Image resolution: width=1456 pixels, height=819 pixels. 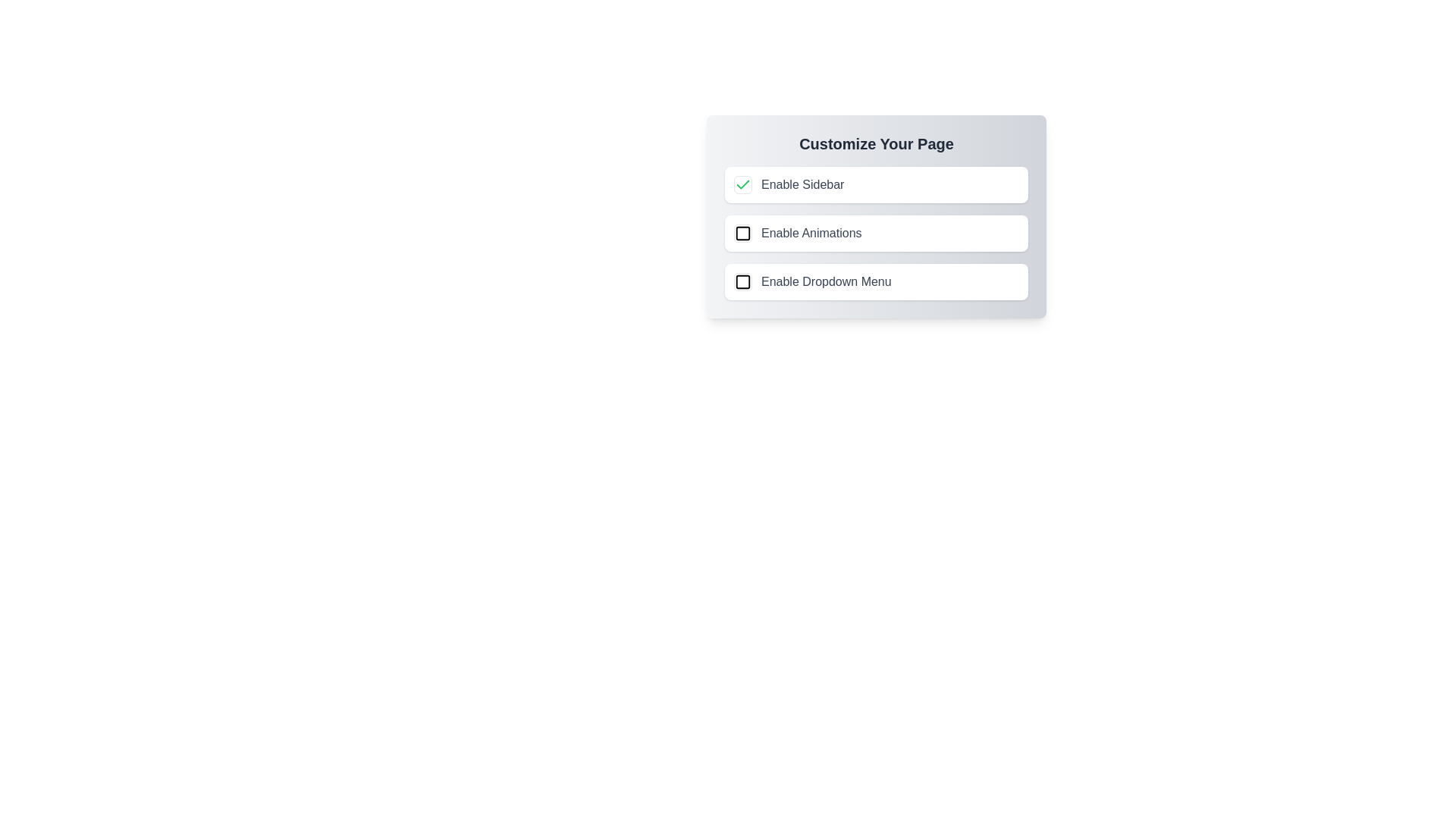 What do you see at coordinates (742, 281) in the screenshot?
I see `the small square button with rounded corners that is located at the beginning of the row labeled 'Enable Dropdown Menu'` at bounding box center [742, 281].